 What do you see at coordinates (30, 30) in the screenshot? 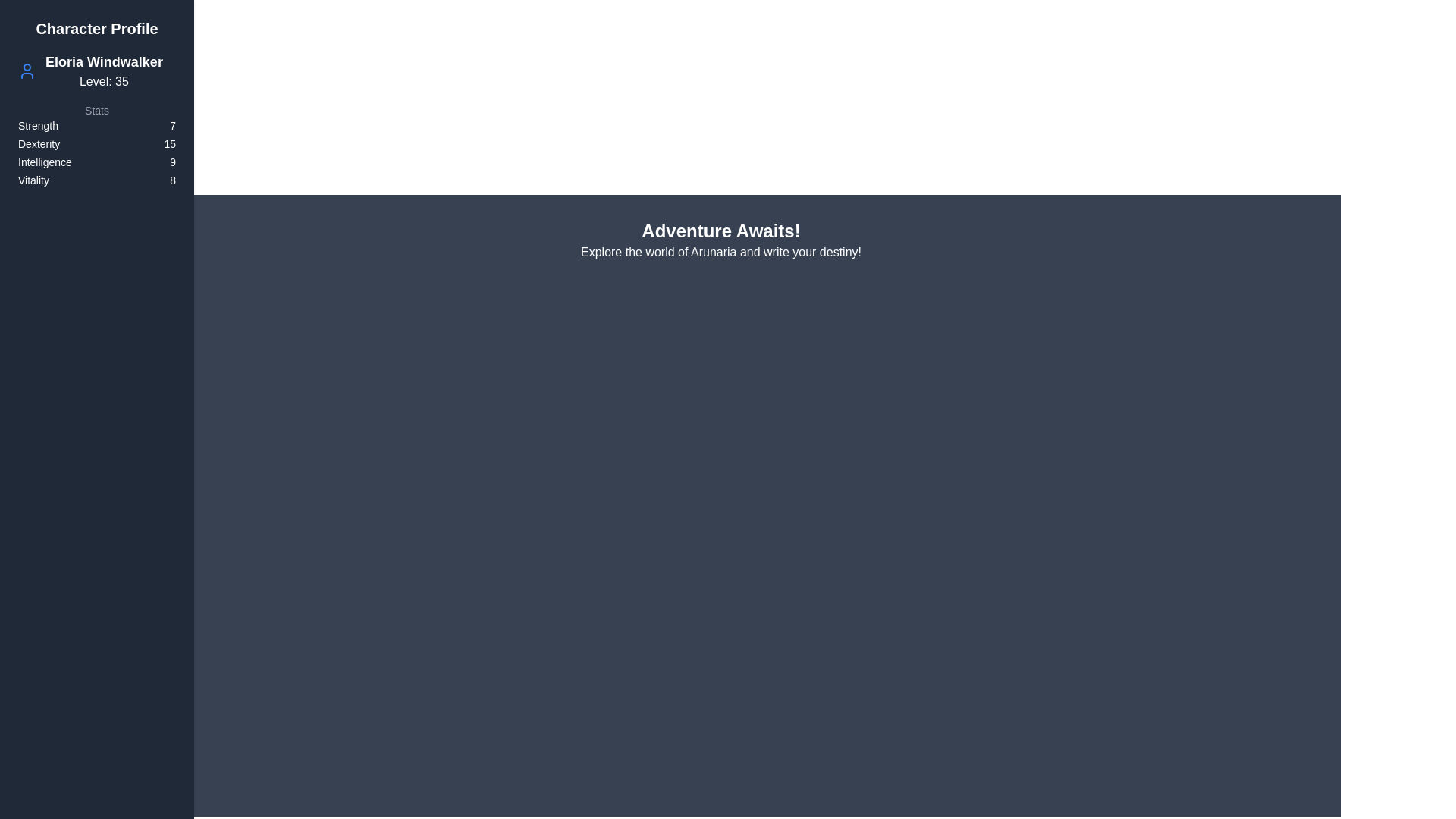
I see `top-left button to toggle the drawer visibility` at bounding box center [30, 30].